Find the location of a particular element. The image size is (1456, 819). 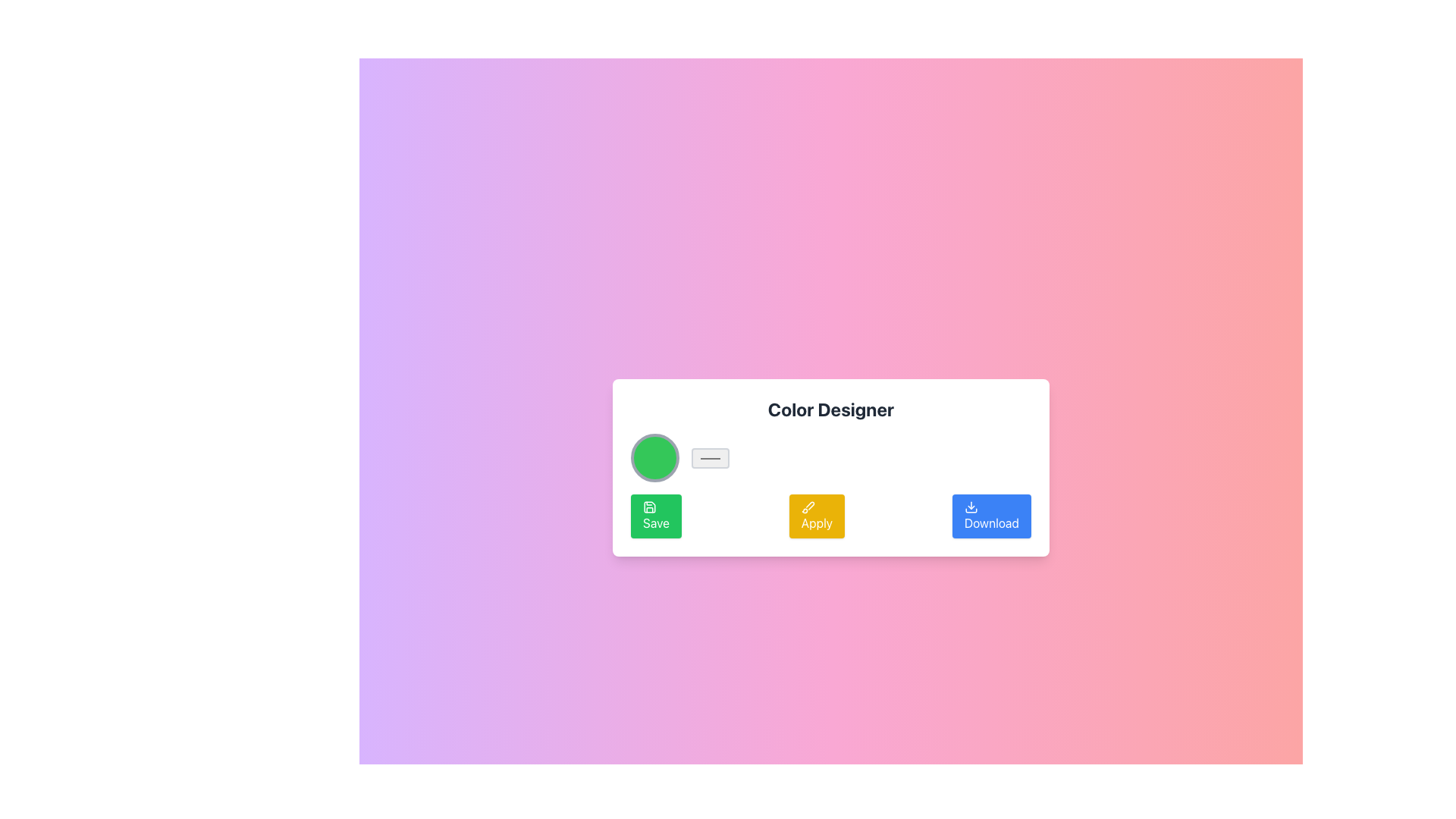

the buttons contained within the color selection and management card, which is centrally placed in the interface with a colorful gradient background is located at coordinates (830, 467).